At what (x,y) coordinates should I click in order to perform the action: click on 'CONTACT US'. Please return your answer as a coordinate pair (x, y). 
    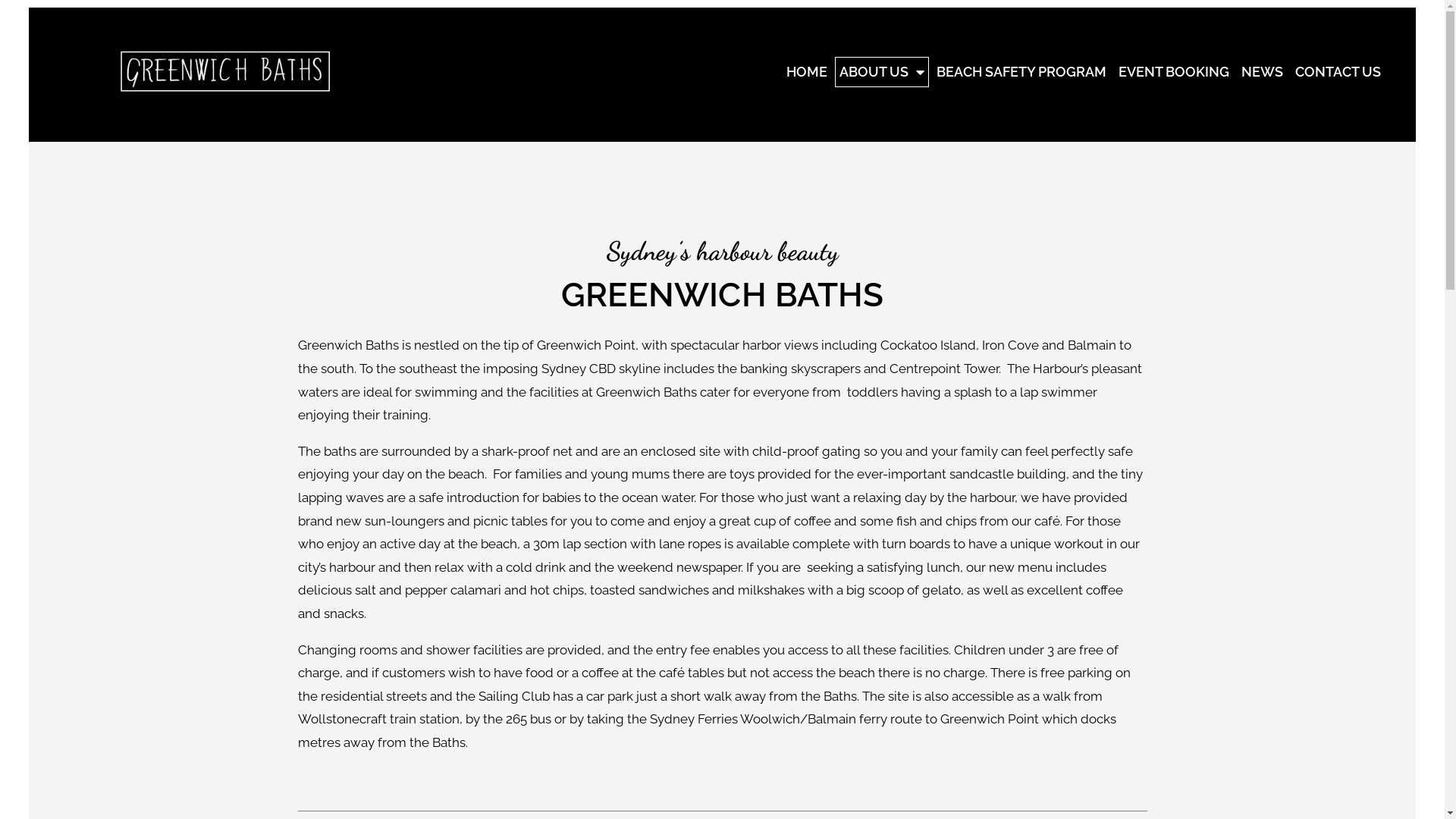
    Looking at the image, I should click on (1290, 72).